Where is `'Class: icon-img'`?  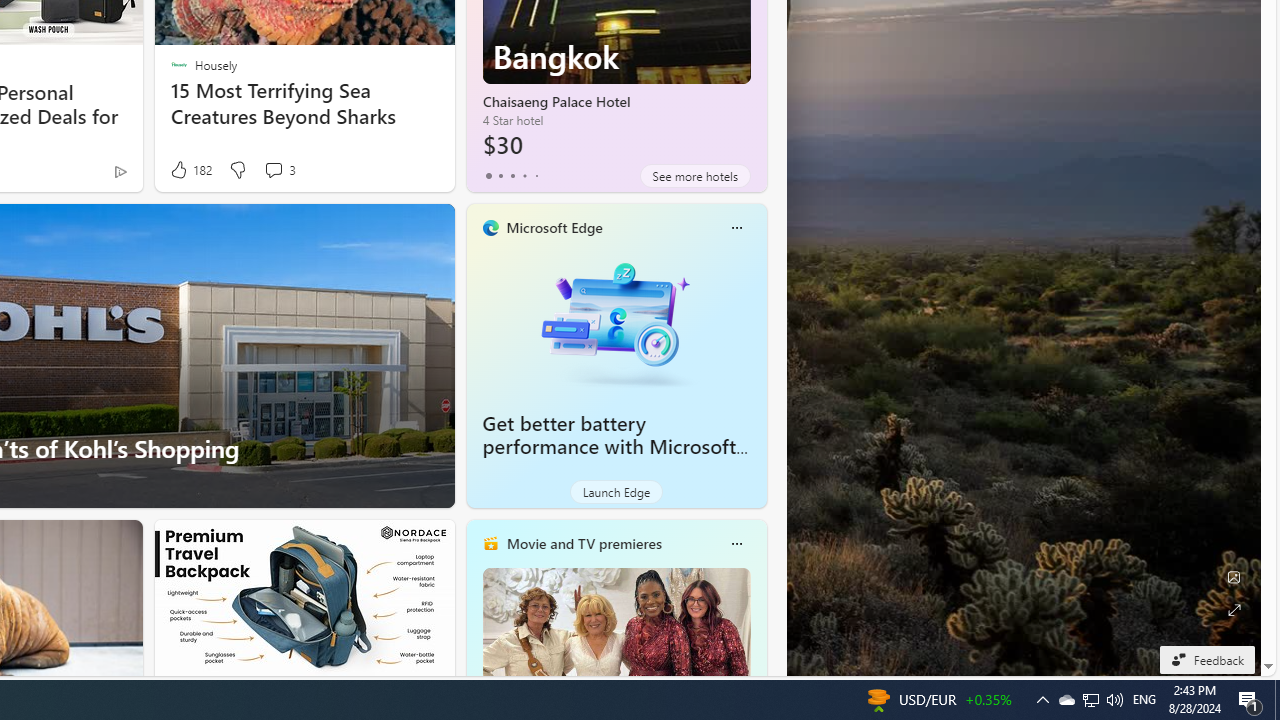
'Class: icon-img' is located at coordinates (735, 543).